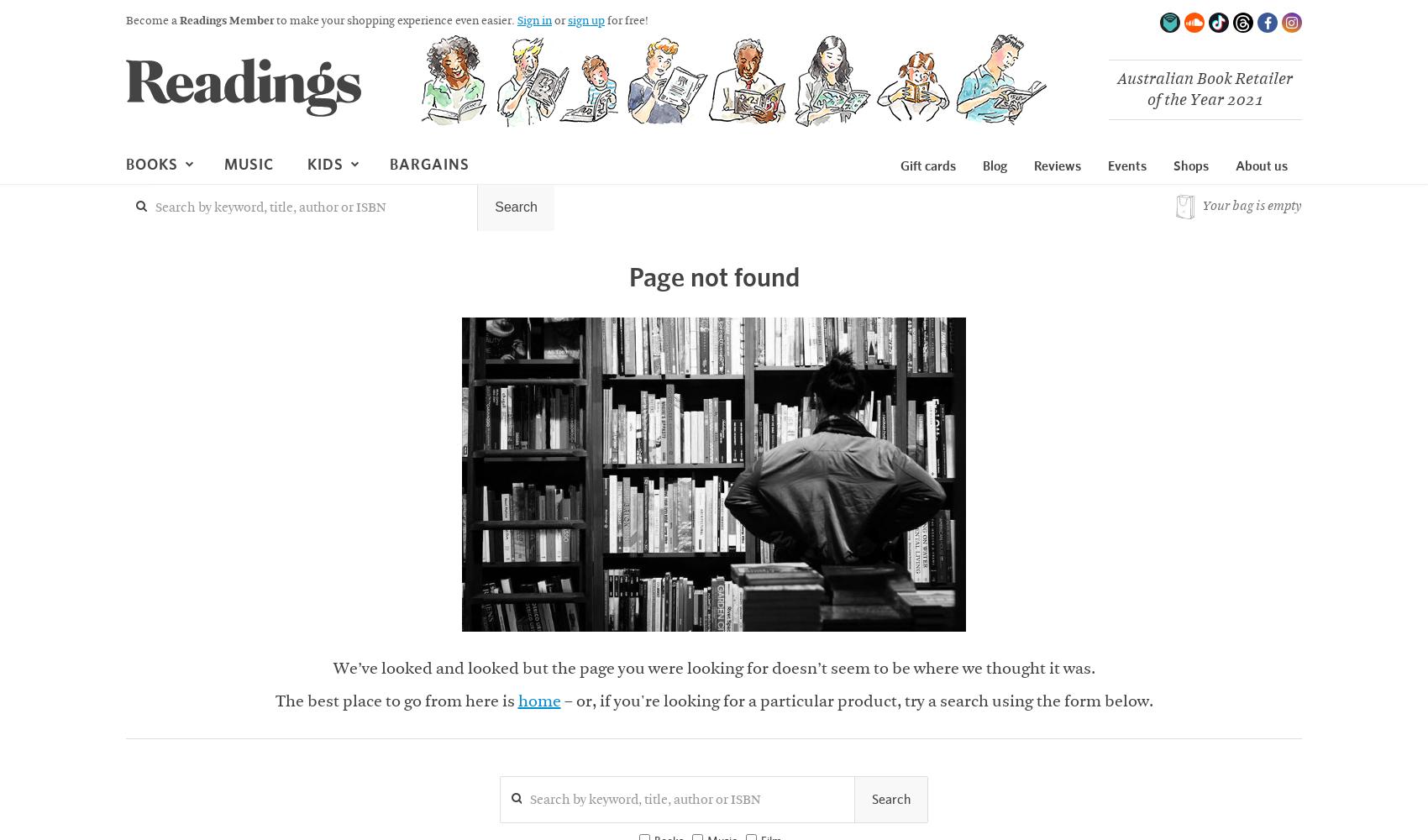  Describe the element at coordinates (890, 798) in the screenshot. I see `'Search'` at that location.